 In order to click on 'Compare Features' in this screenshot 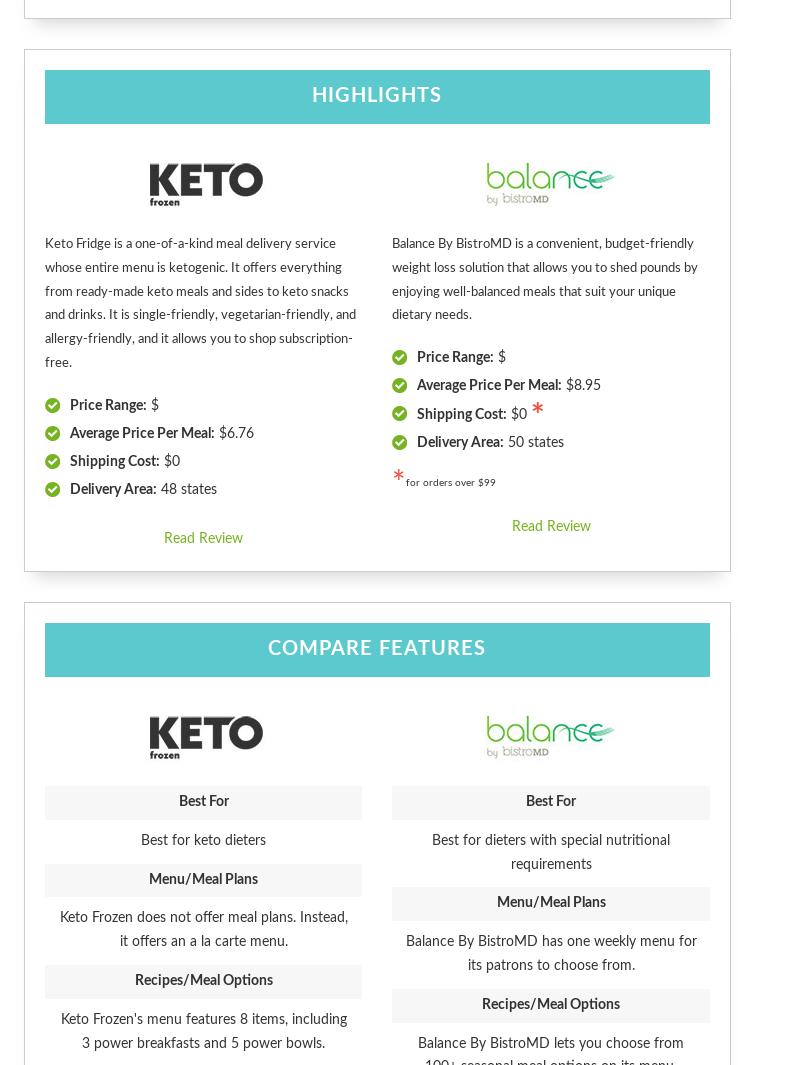, I will do `click(268, 649)`.